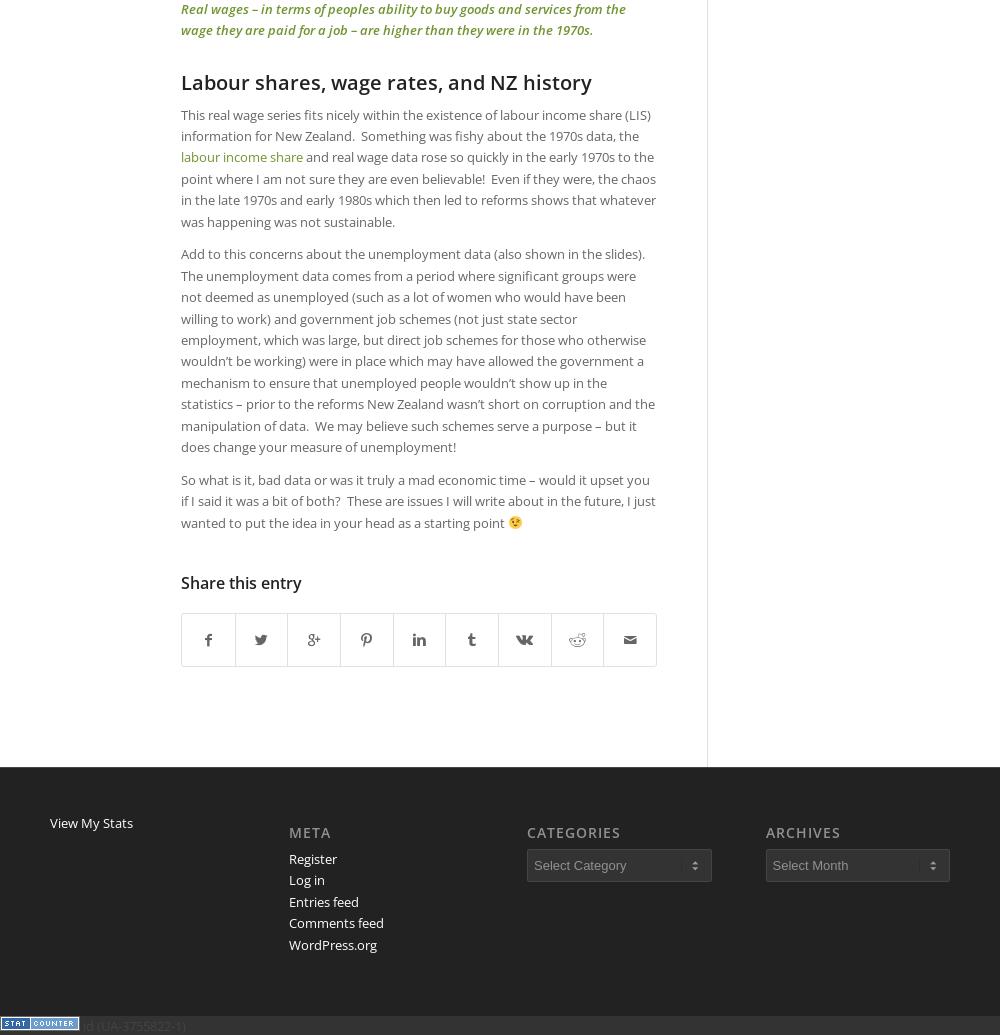 This screenshot has height=1035, width=1000. What do you see at coordinates (386, 81) in the screenshot?
I see `'Labour shares, wage rates, and NZ history'` at bounding box center [386, 81].